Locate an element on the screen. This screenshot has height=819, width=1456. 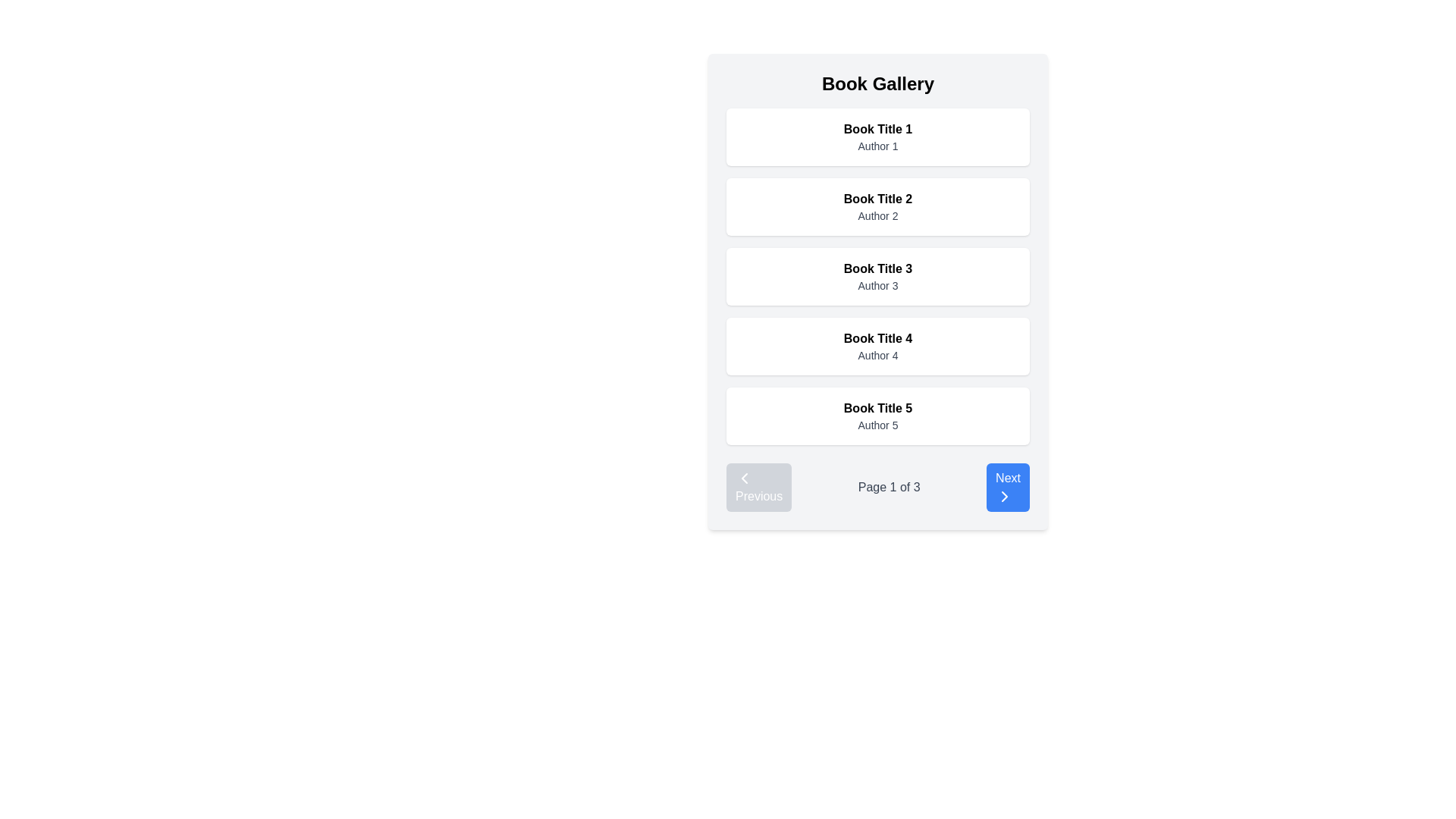
the book information card located at the bottom of the Book Gallery, which displays the title and author details is located at coordinates (877, 416).